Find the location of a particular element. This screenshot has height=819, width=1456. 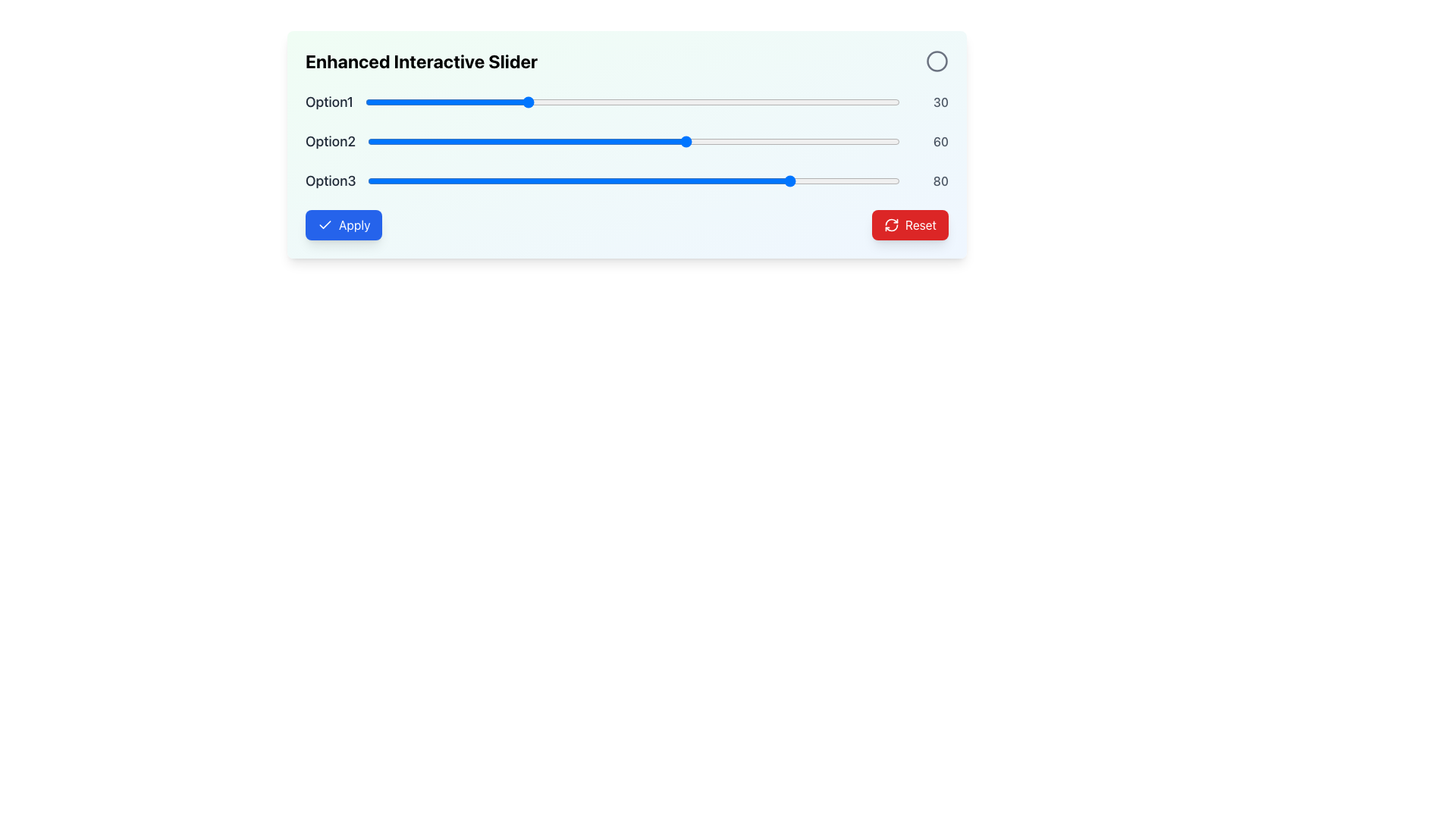

the slider is located at coordinates (410, 180).